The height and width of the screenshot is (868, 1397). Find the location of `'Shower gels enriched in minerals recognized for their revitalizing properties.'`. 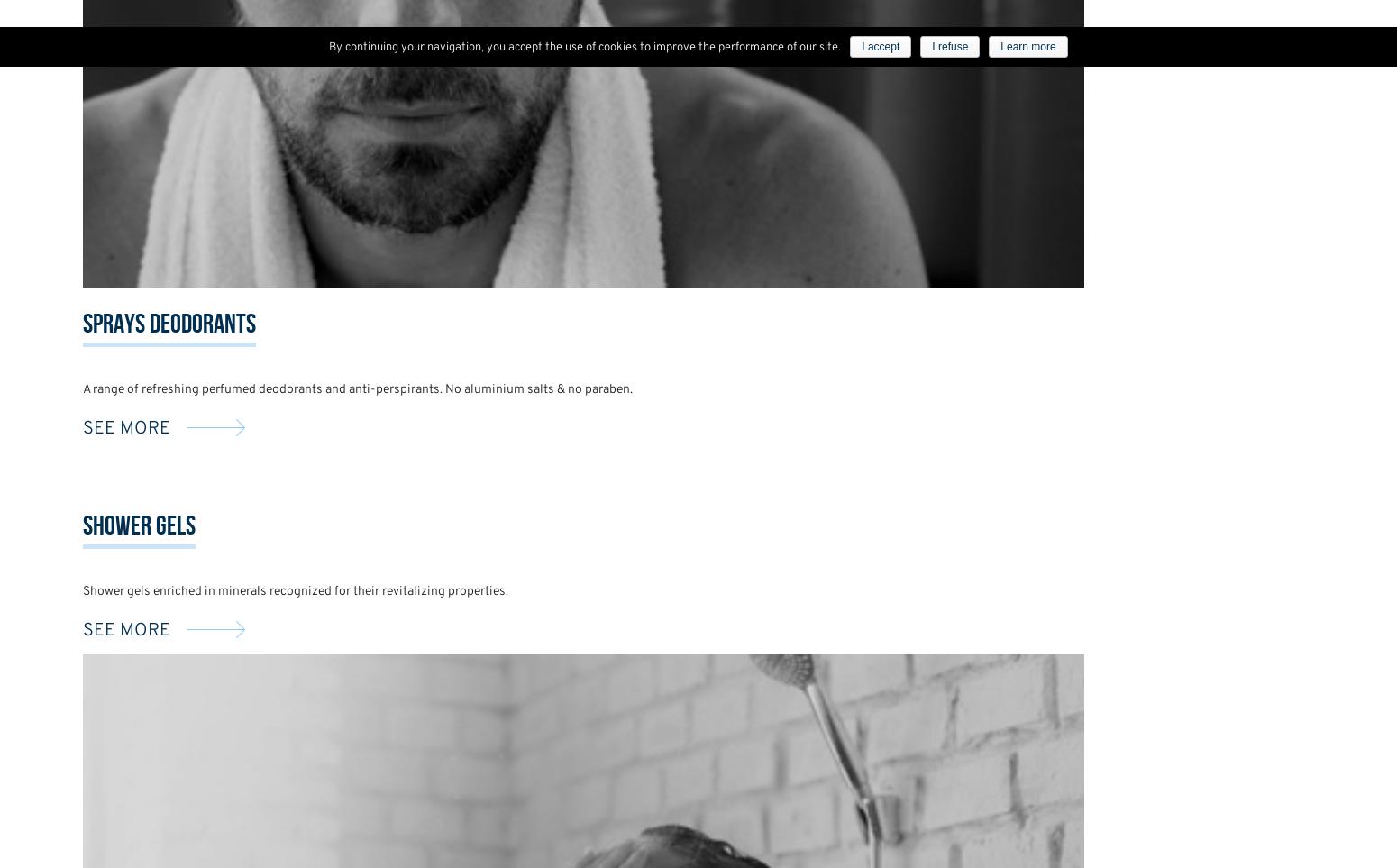

'Shower gels enriched in minerals recognized for their revitalizing properties.' is located at coordinates (294, 590).